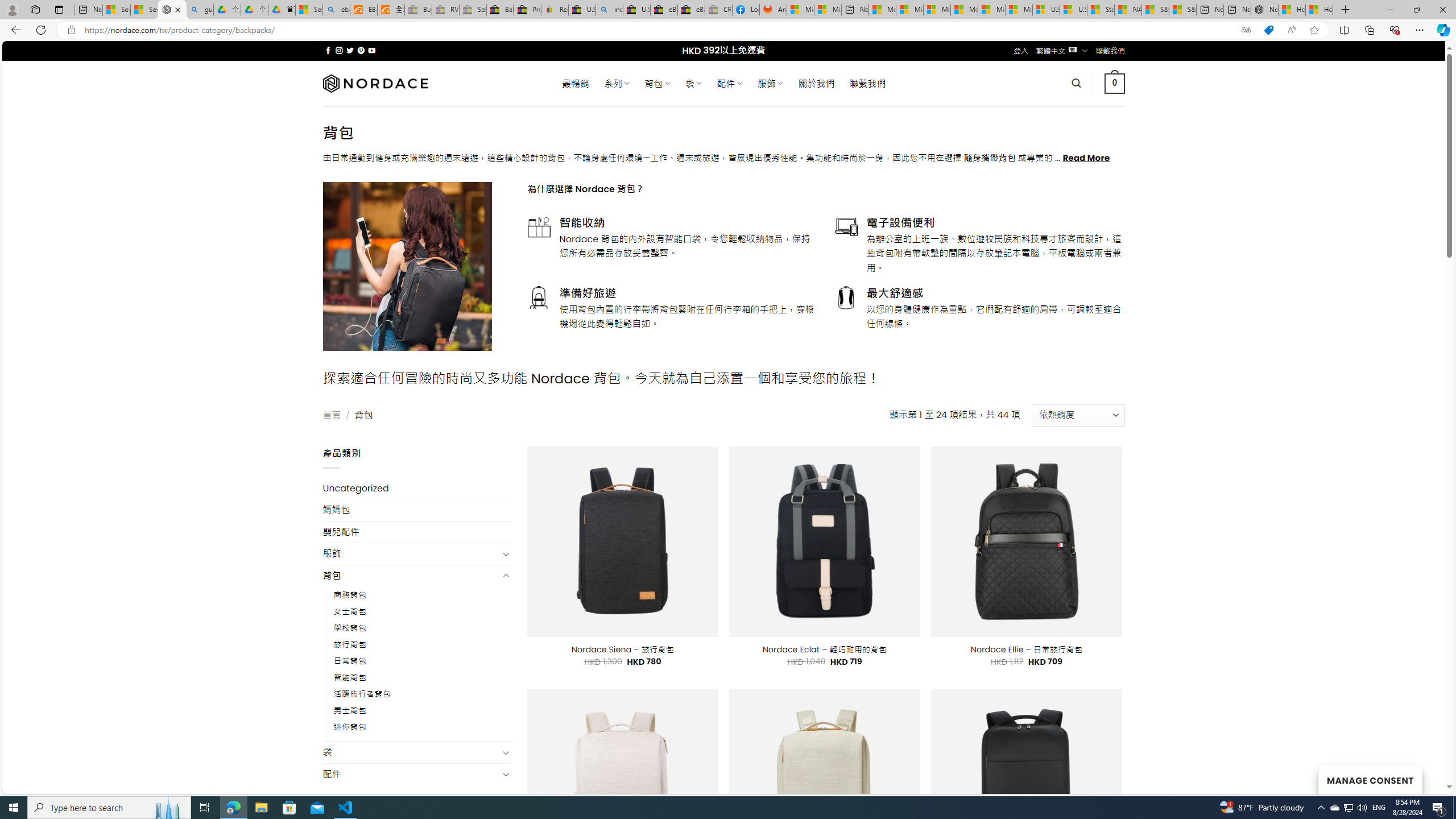 This screenshot has height=819, width=1456. Describe the element at coordinates (200, 9) in the screenshot. I see `'guge yunpan - Search'` at that location.